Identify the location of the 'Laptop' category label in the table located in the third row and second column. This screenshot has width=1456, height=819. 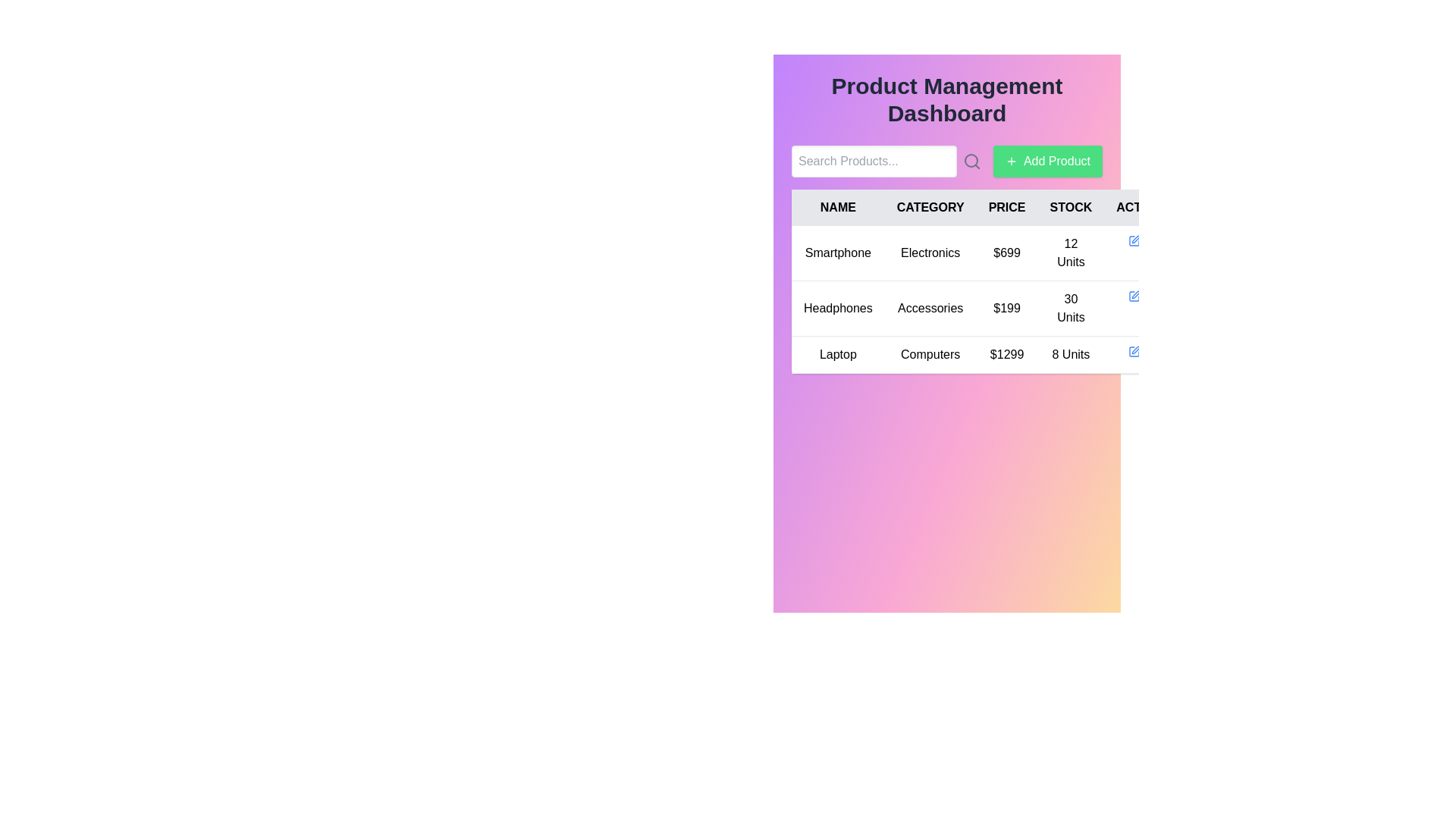
(930, 354).